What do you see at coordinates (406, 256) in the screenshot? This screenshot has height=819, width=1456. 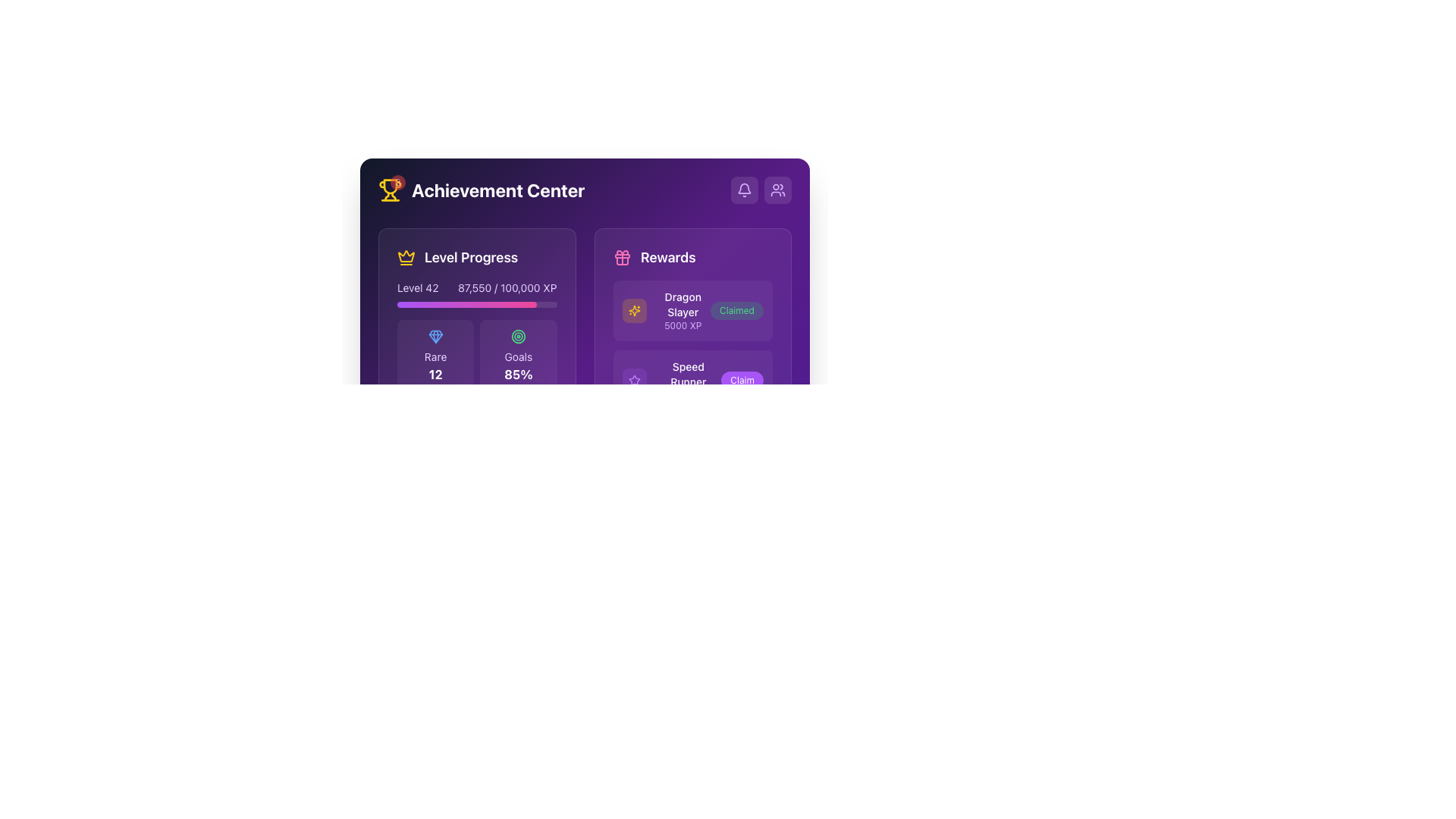 I see `the symbolic representation of the crown icon located at the top-left corner of the 'Level Progress' section, adjacent to the 'Level Progress' label` at bounding box center [406, 256].